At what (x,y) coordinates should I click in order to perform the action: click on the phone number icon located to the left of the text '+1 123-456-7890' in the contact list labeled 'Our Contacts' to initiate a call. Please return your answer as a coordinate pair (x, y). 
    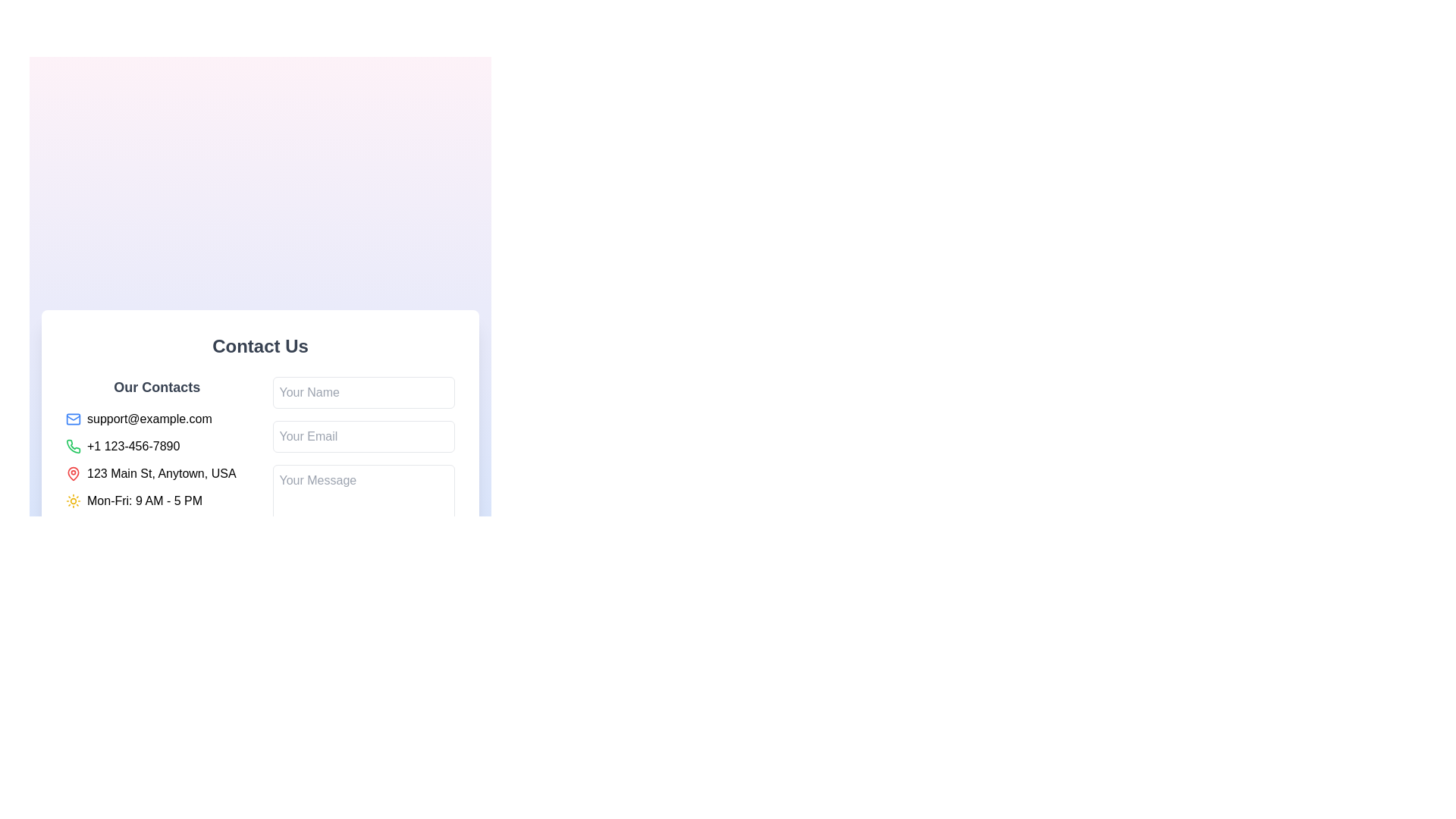
    Looking at the image, I should click on (72, 444).